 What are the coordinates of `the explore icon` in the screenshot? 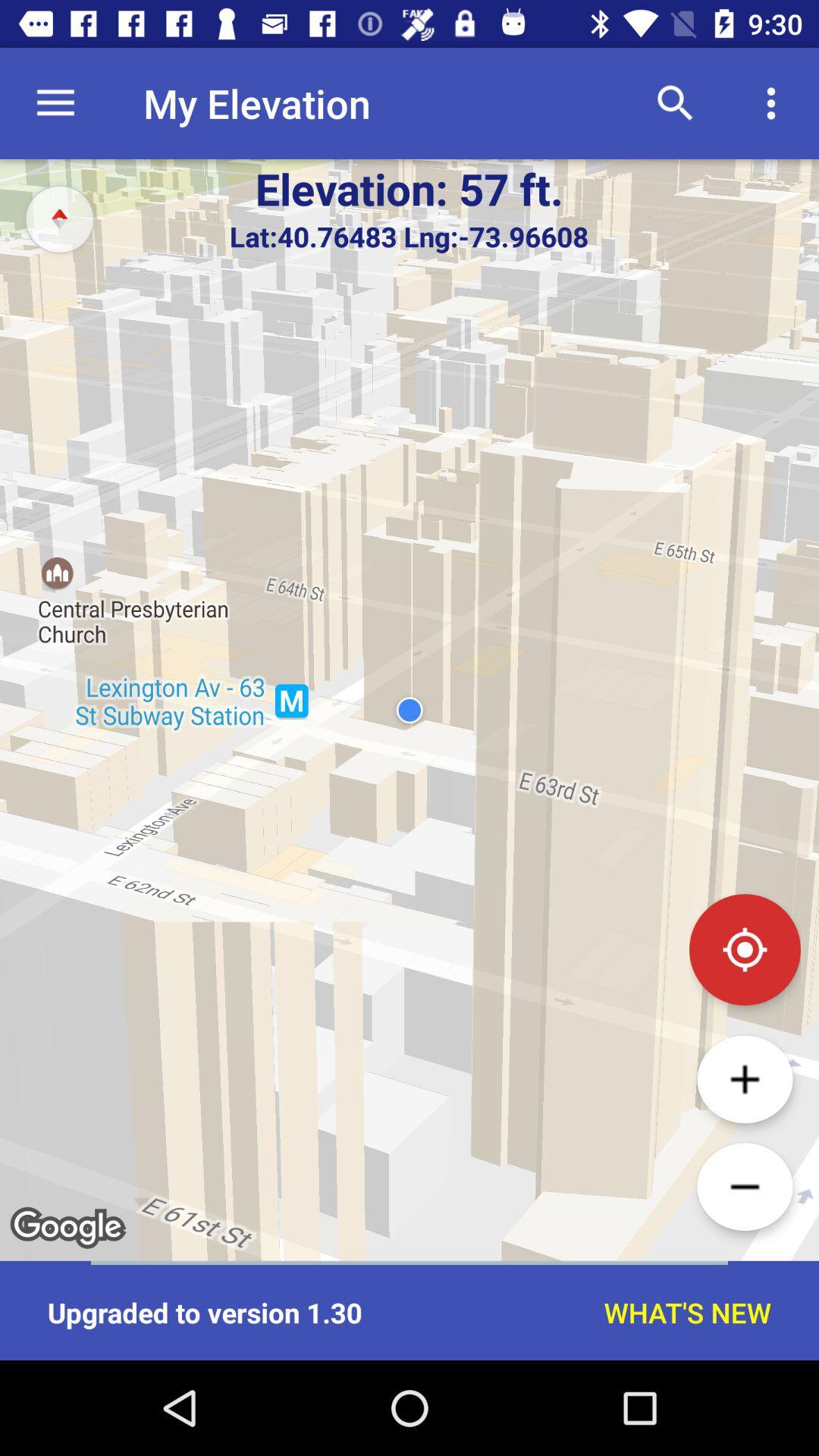 It's located at (58, 218).